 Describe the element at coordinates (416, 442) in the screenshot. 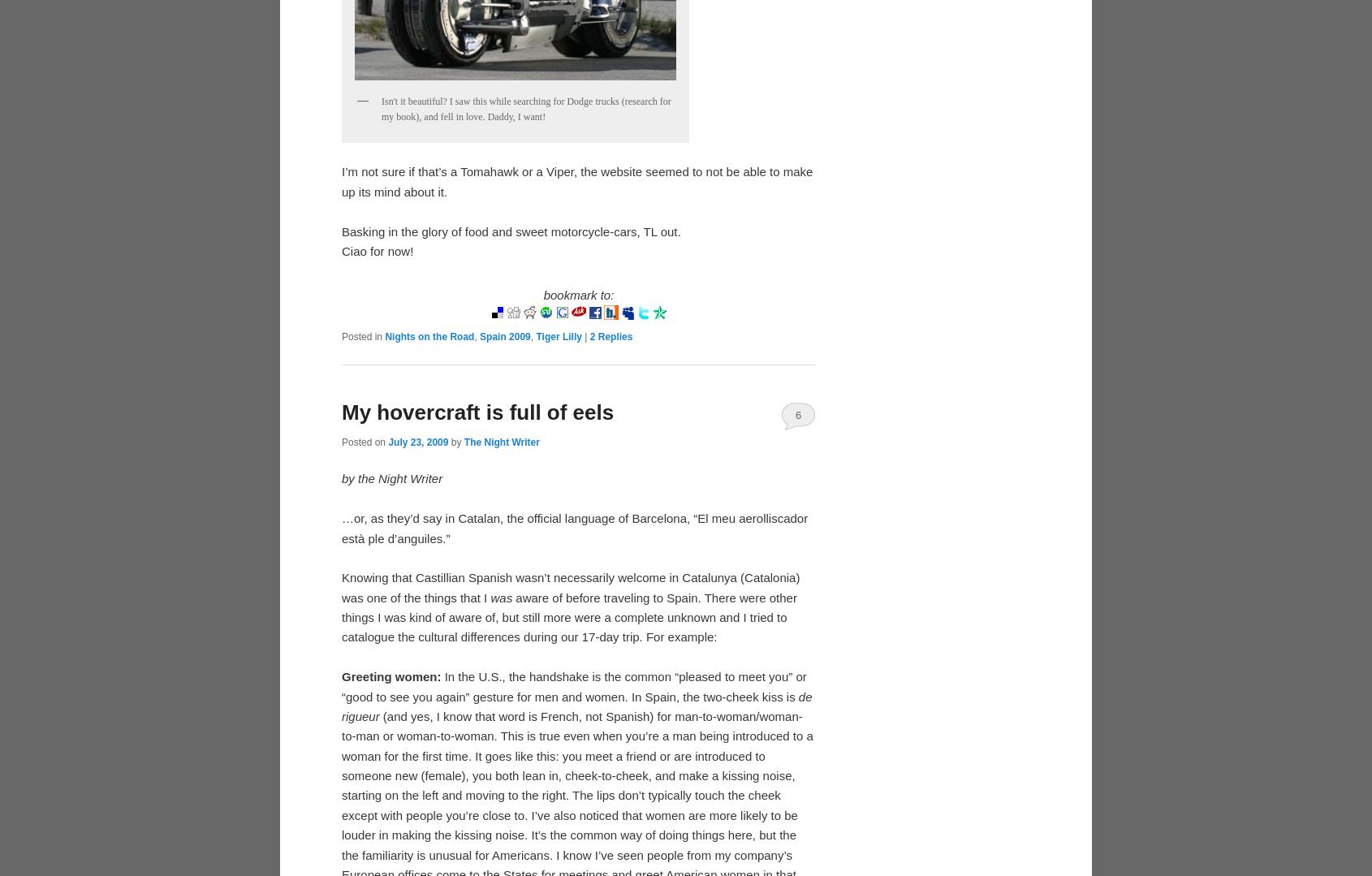

I see `'July 23, 2009'` at that location.